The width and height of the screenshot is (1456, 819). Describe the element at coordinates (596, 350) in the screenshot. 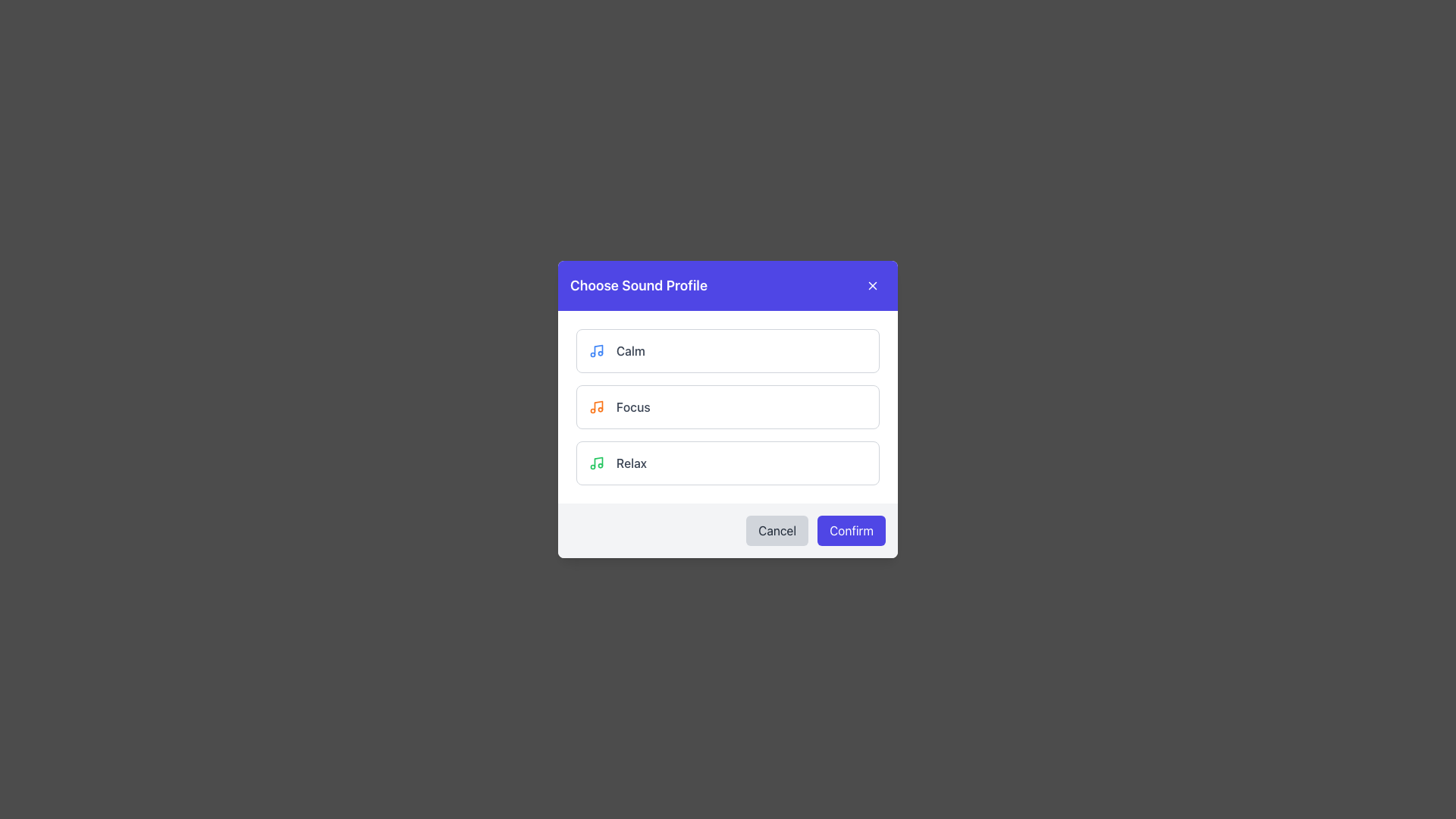

I see `the 'Calm' sound profile icon located at the topmost row of the list in the modal window, positioned to the far left and preceding the text label 'Calm'` at that location.